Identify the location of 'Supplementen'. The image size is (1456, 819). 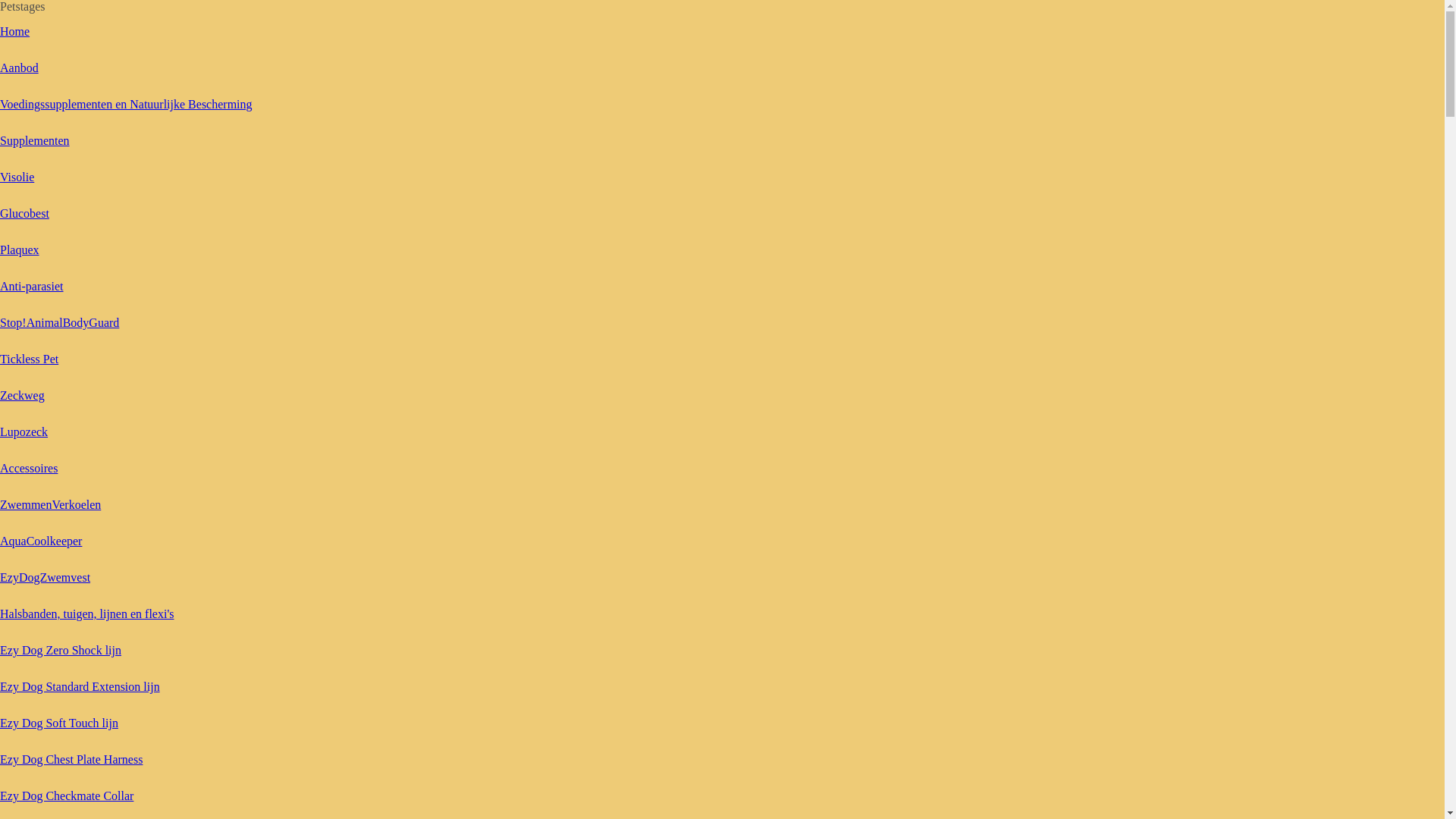
(0, 140).